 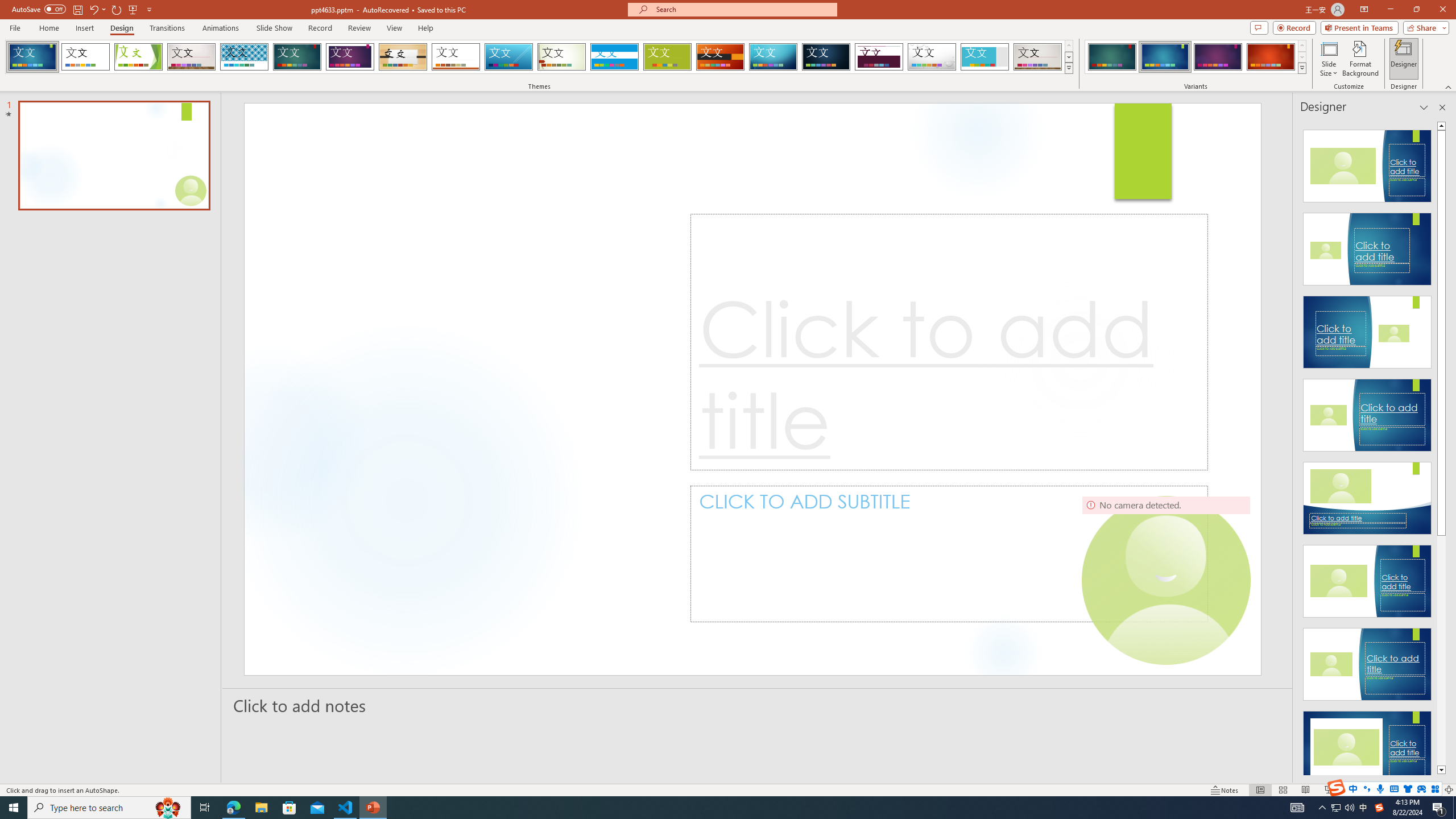 What do you see at coordinates (1196, 56) in the screenshot?
I see `'AutomationID: ThemeVariantsGallery'` at bounding box center [1196, 56].